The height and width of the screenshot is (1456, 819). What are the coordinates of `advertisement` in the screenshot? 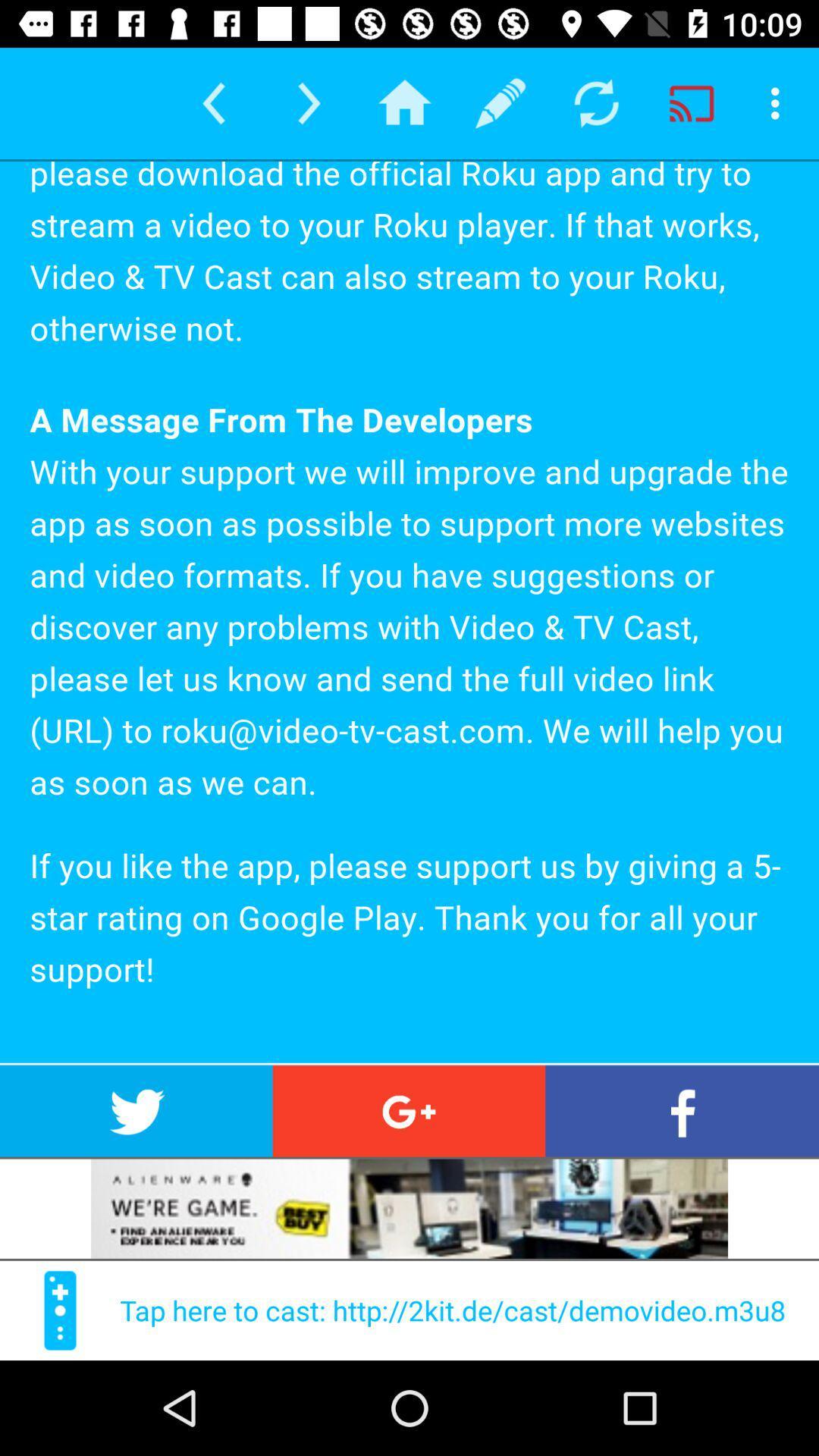 It's located at (409, 1208).